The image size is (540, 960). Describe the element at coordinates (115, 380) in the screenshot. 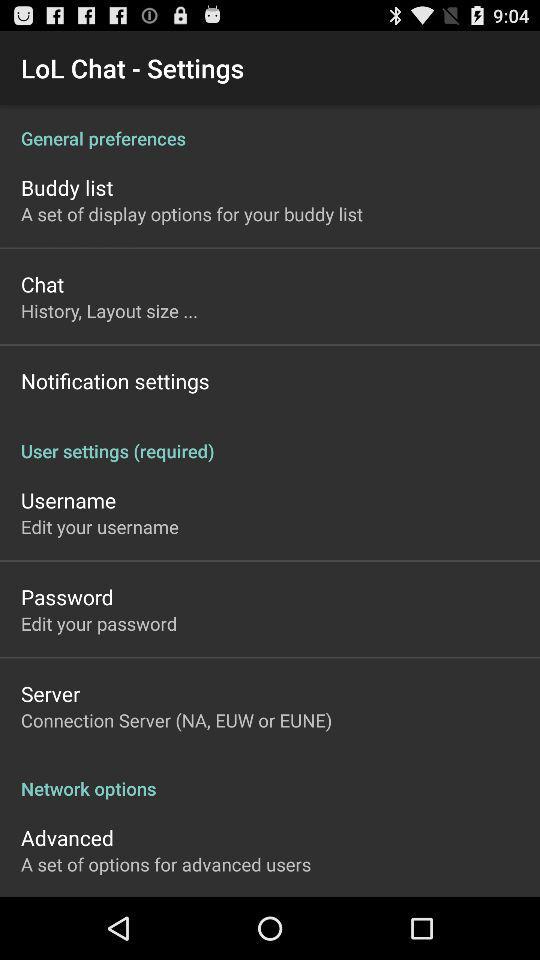

I see `the icon above user settings (required) app` at that location.